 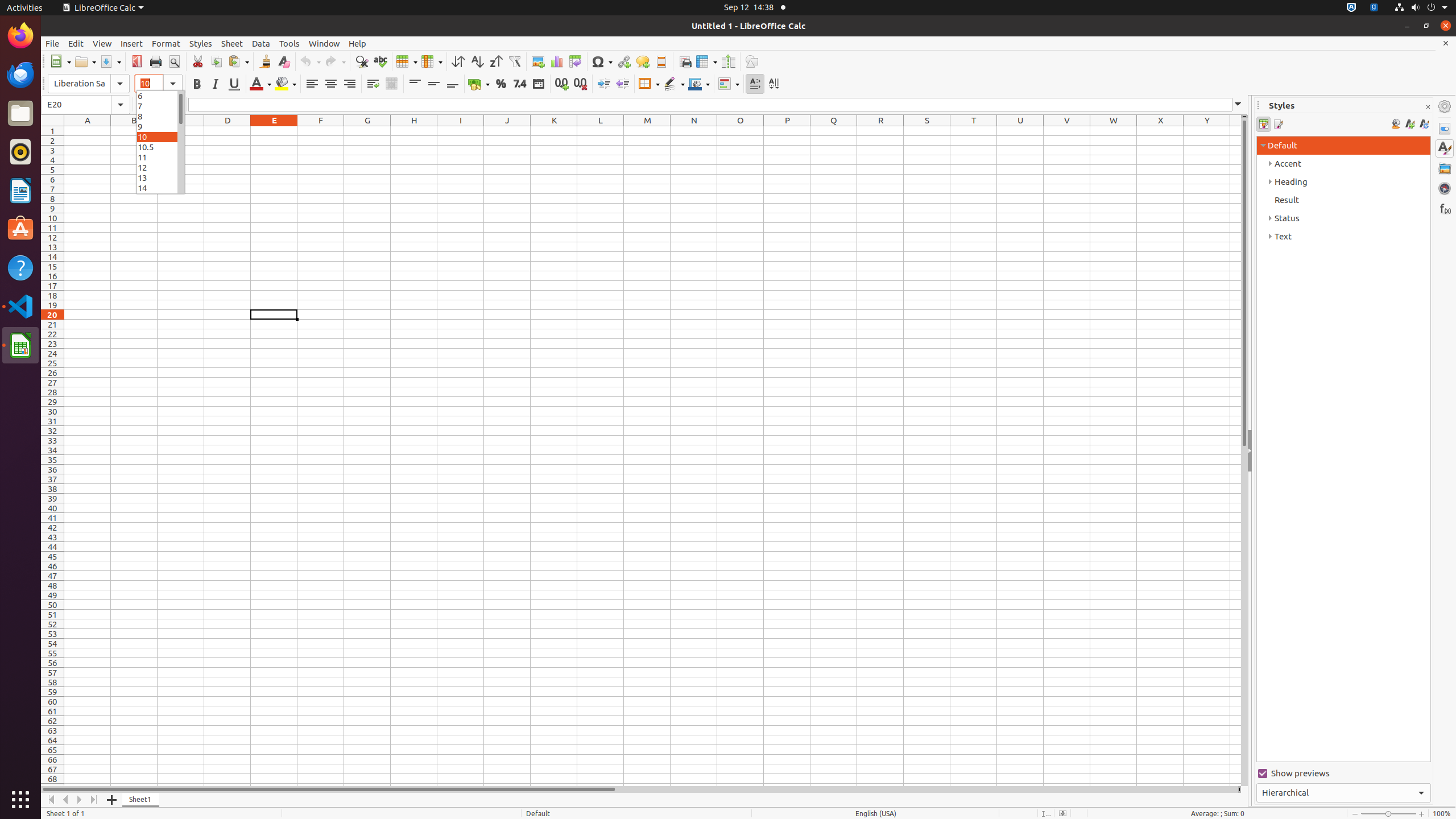 I want to click on 'Open', so click(x=85, y=61).